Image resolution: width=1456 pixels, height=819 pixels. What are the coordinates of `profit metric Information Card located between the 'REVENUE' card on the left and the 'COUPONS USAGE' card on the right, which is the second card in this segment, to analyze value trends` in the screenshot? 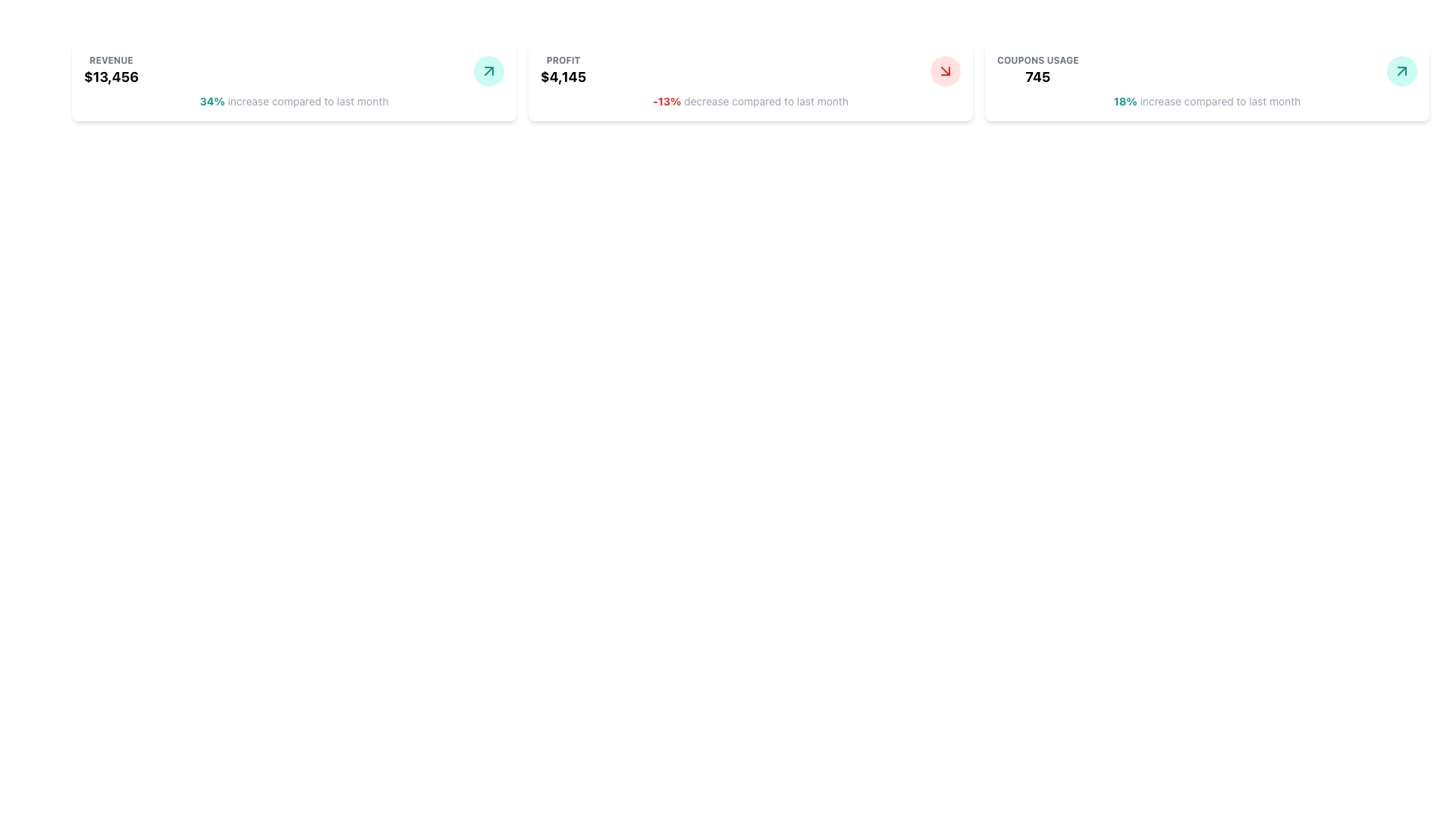 It's located at (750, 82).